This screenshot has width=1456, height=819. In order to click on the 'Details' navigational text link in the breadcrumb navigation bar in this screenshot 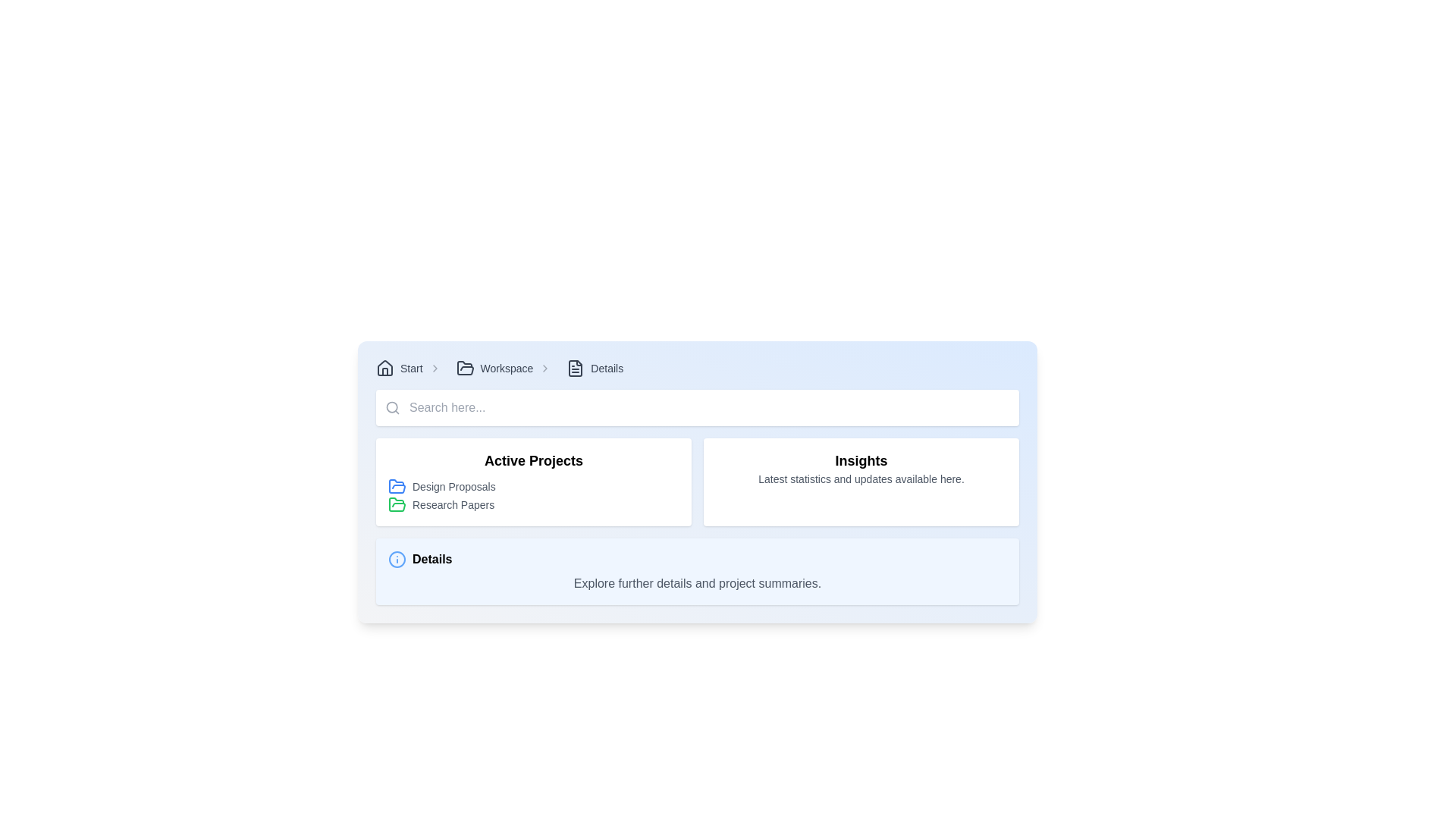, I will do `click(607, 369)`.